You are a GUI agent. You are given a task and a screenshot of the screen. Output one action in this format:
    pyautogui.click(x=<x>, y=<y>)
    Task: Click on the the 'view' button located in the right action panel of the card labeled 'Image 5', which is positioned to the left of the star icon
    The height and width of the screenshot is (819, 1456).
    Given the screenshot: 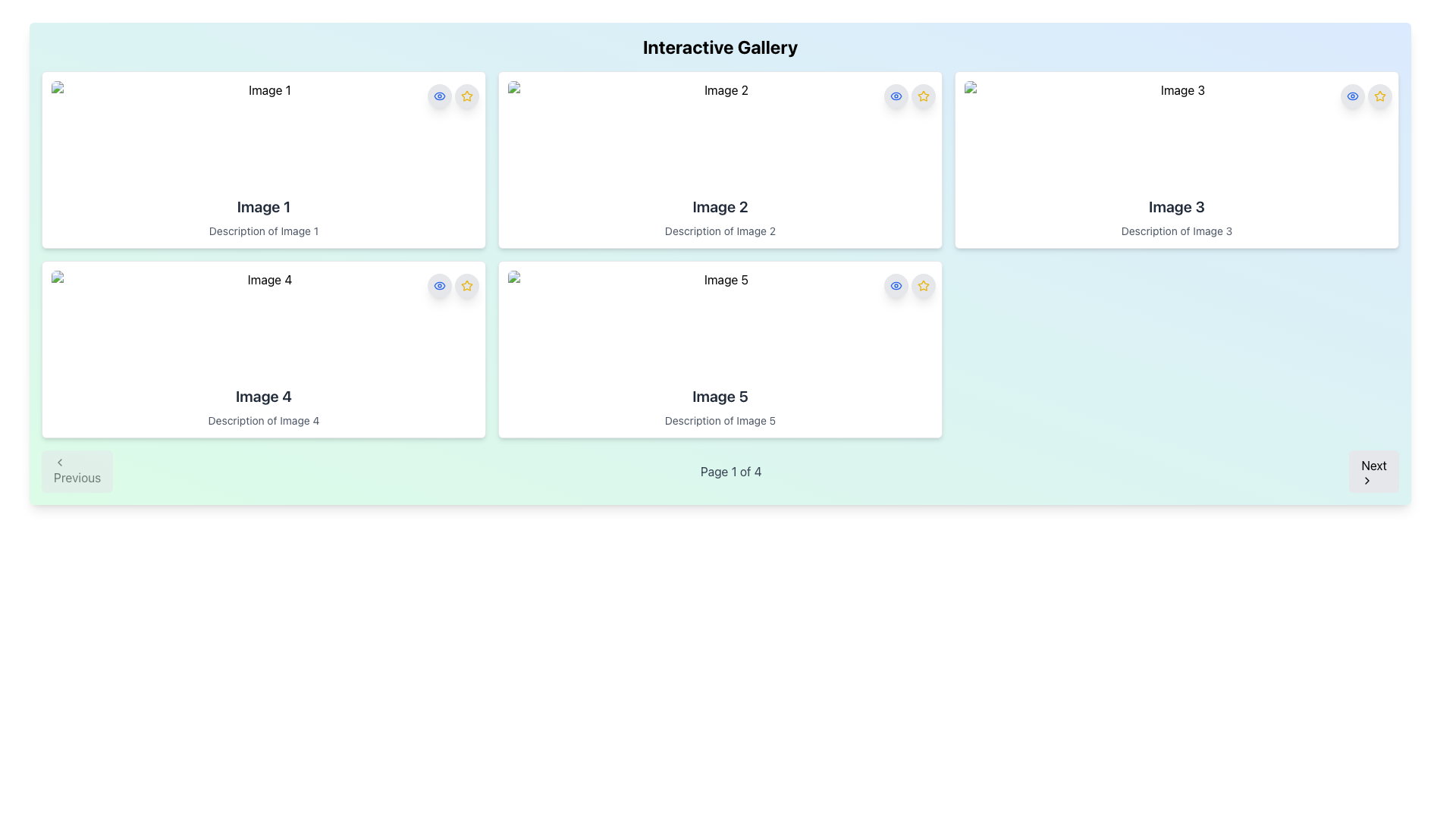 What is the action you would take?
    pyautogui.click(x=896, y=286)
    